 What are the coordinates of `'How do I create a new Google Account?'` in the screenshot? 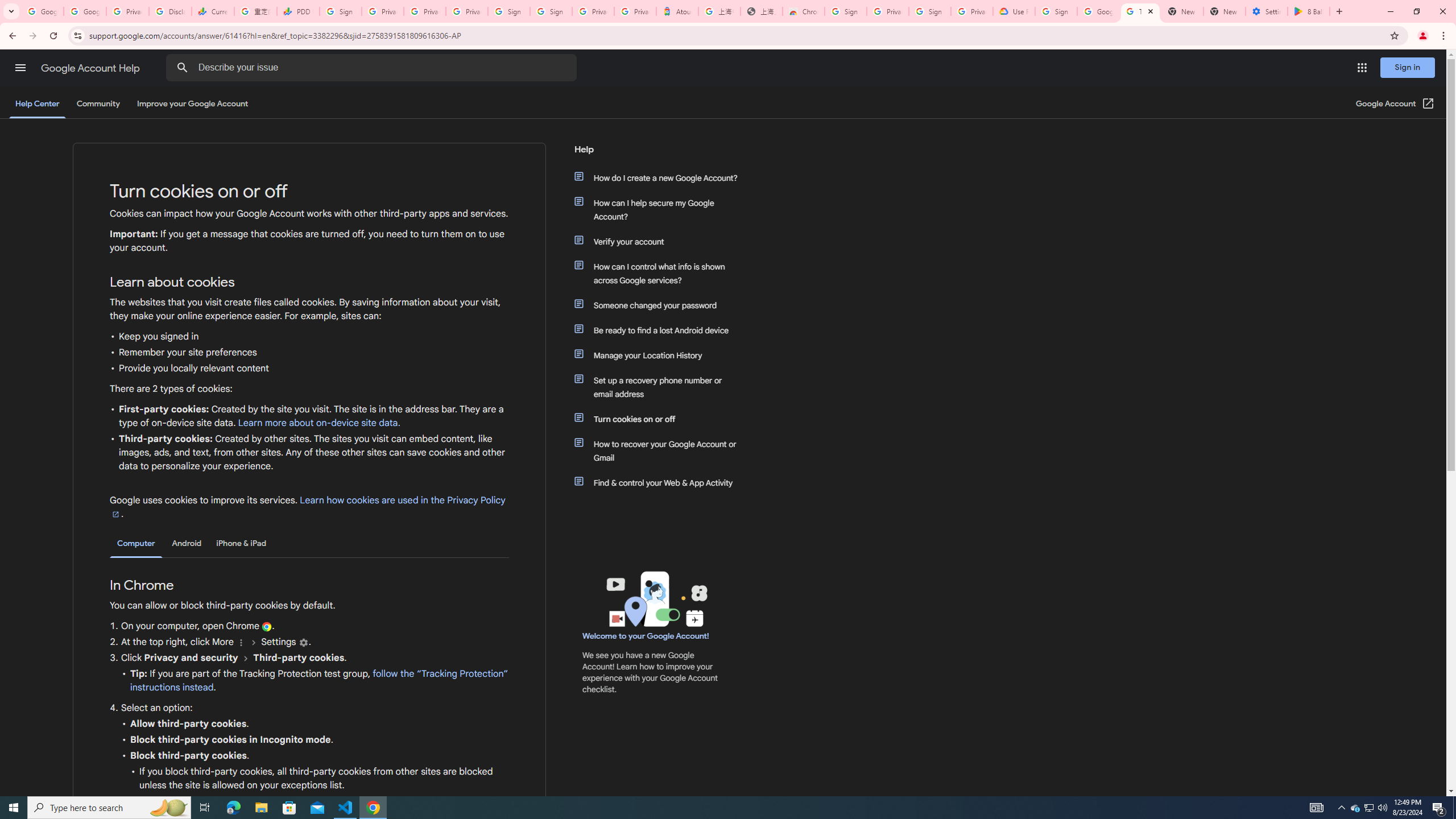 It's located at (661, 178).